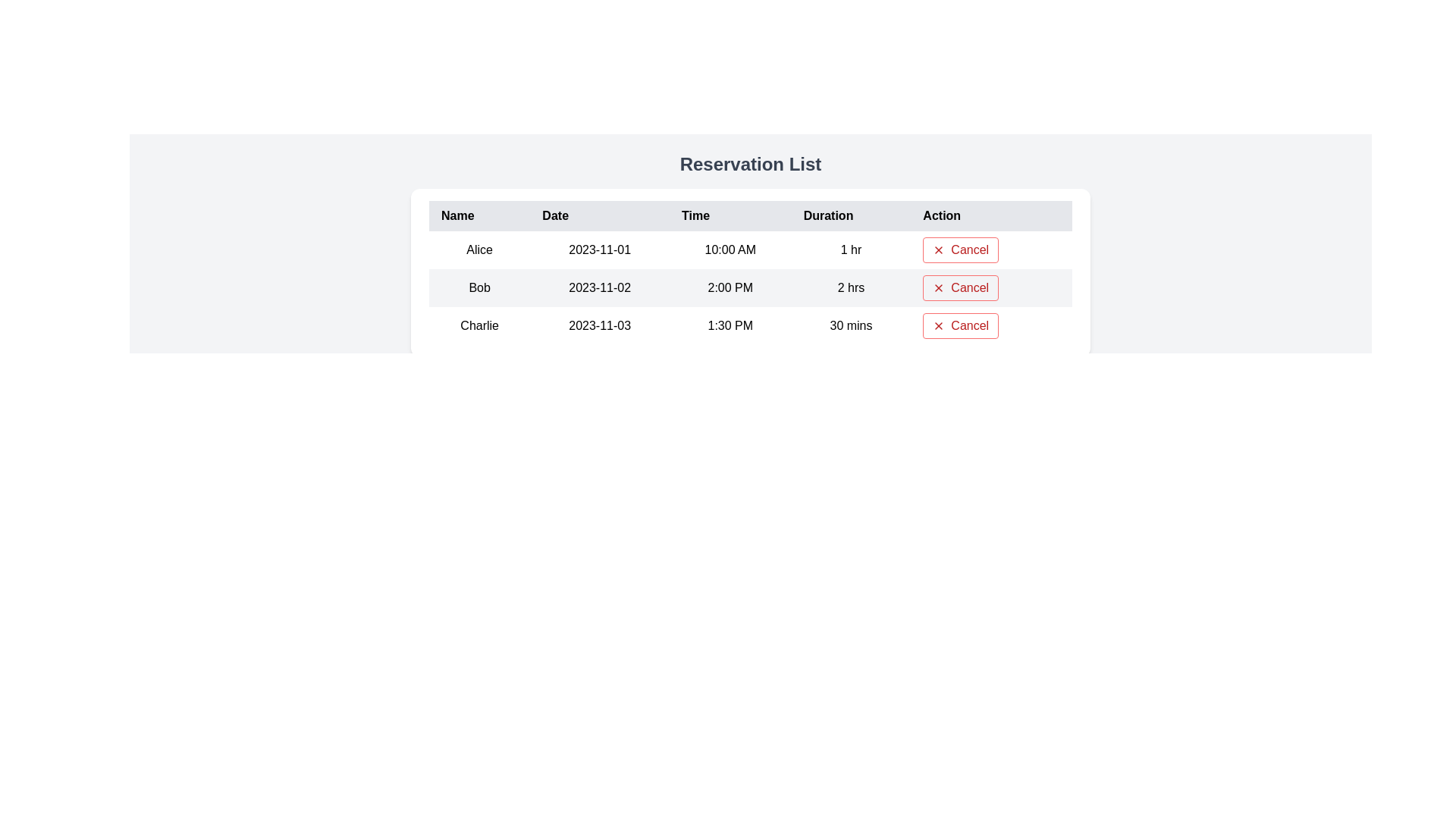 The height and width of the screenshot is (819, 1456). Describe the element at coordinates (750, 288) in the screenshot. I see `the second row in the Reservation List table, which contains the name 'Bob'` at that location.